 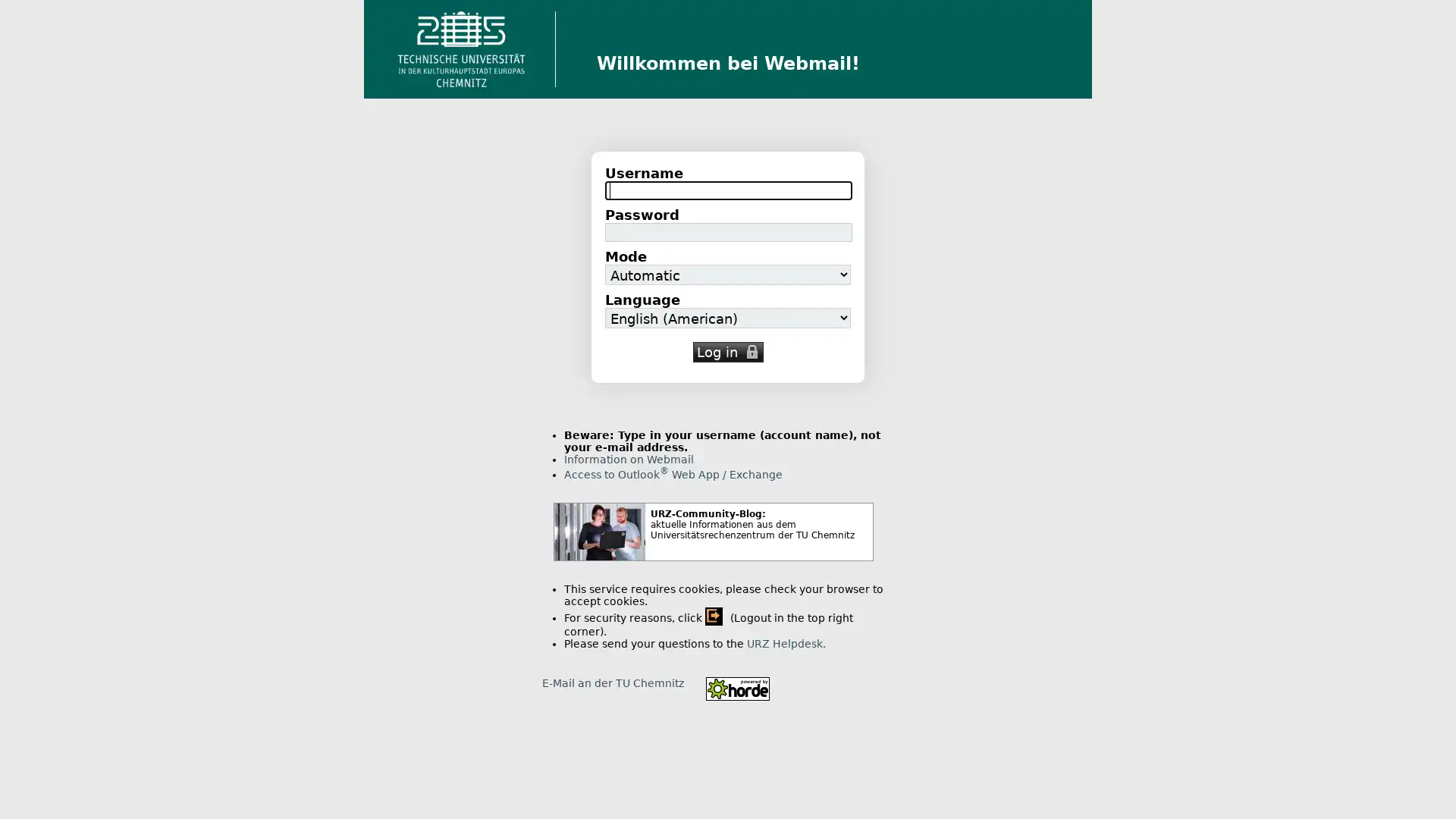 I want to click on Log in, so click(x=726, y=352).